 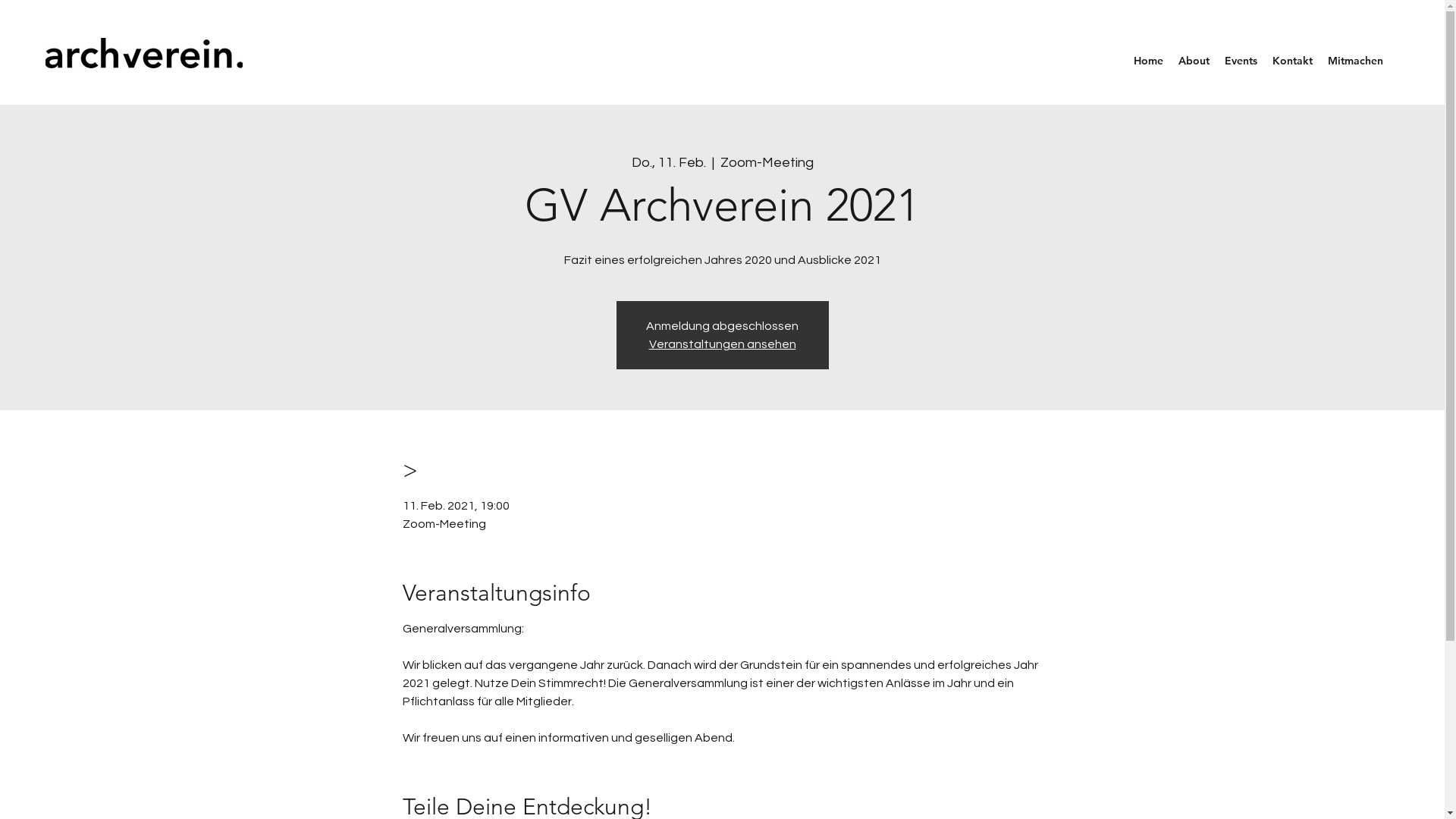 What do you see at coordinates (144, 52) in the screenshot?
I see `'02 Schriftzug.png'` at bounding box center [144, 52].